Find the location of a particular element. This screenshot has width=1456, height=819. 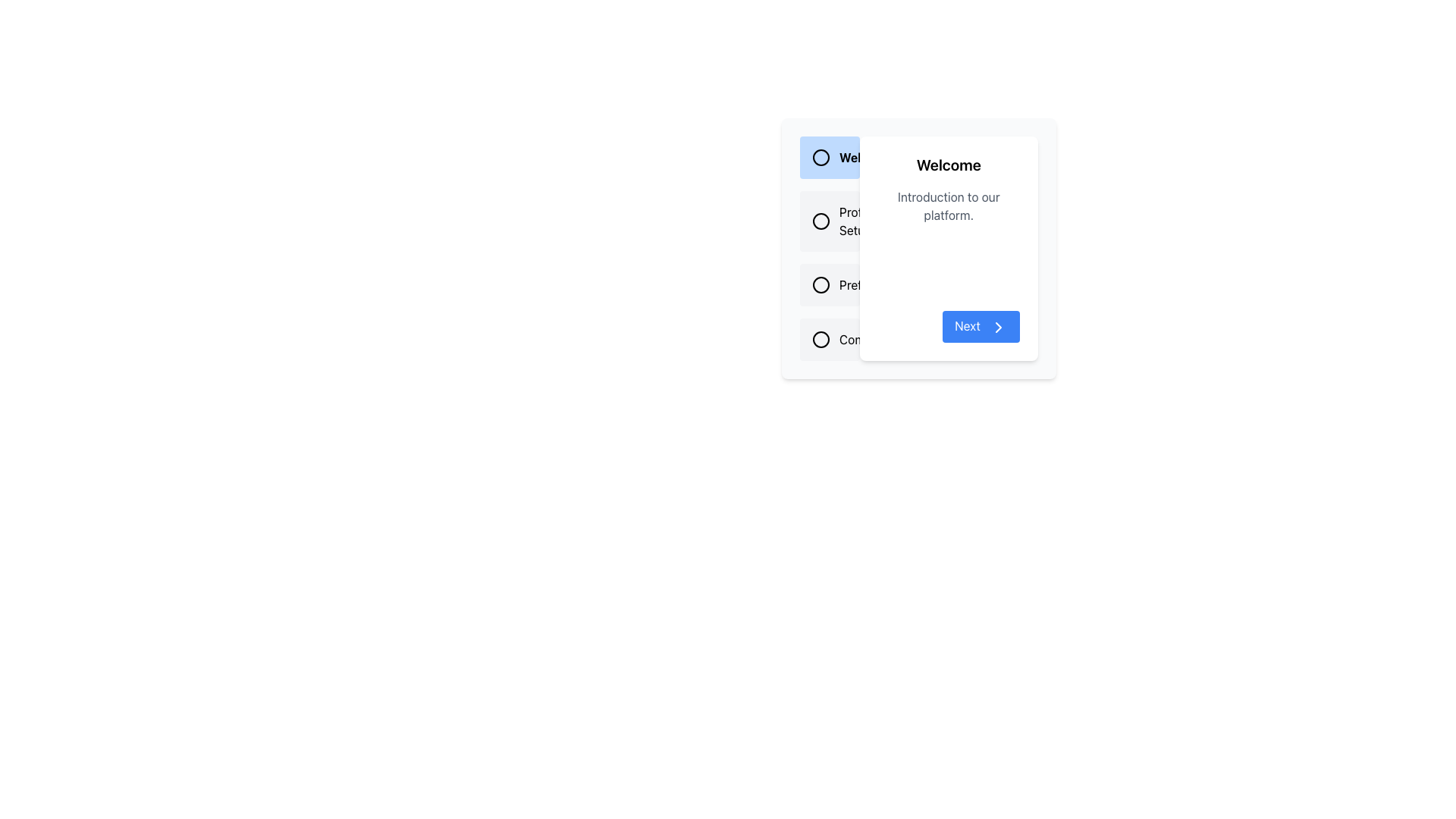

the SVG circle icon, which is the graphical portion of the fourth item in the vertical list next to the 'Contact Us' text is located at coordinates (821, 338).